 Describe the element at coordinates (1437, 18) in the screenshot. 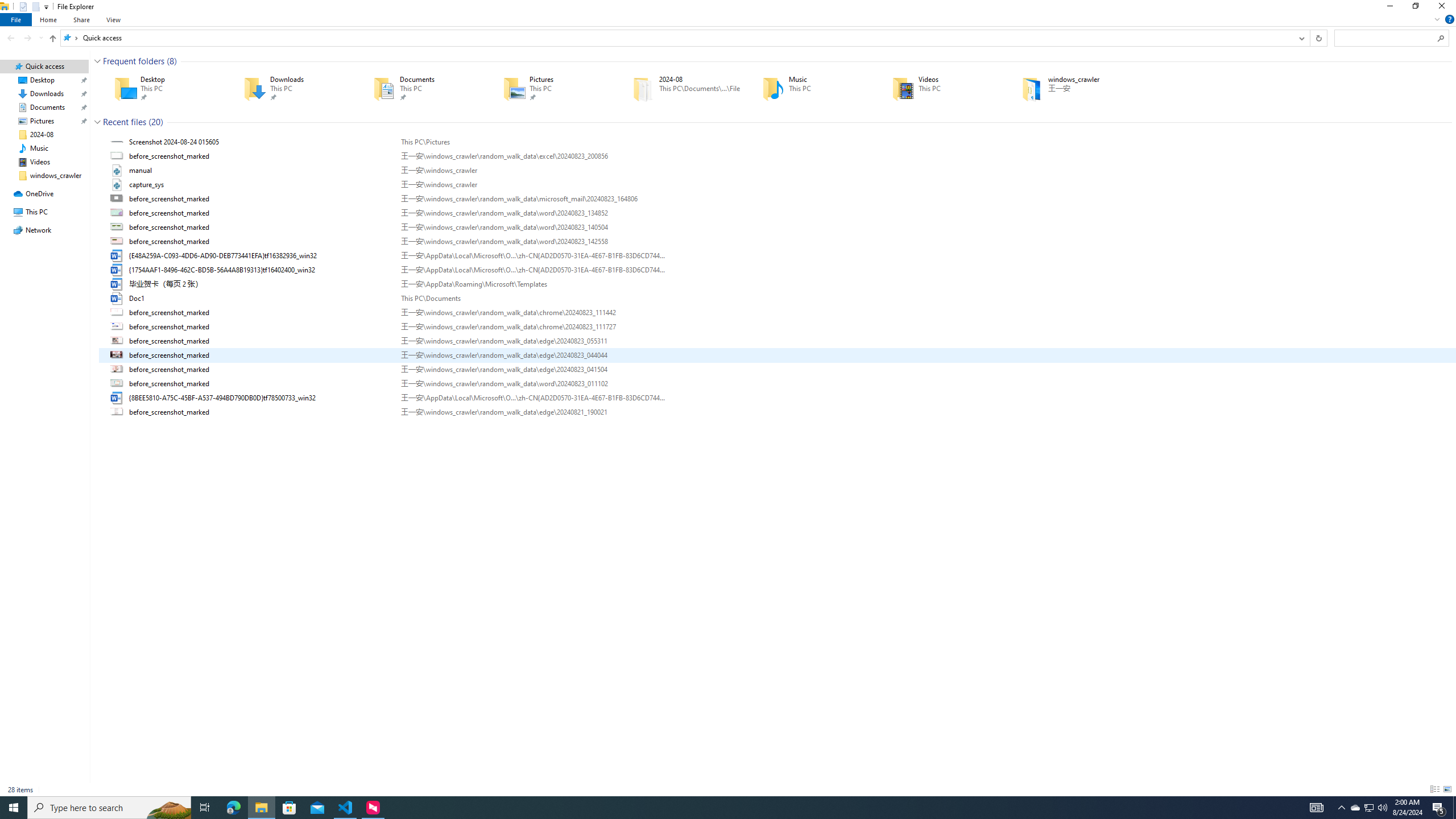

I see `'Minimize the Ribbon'` at that location.